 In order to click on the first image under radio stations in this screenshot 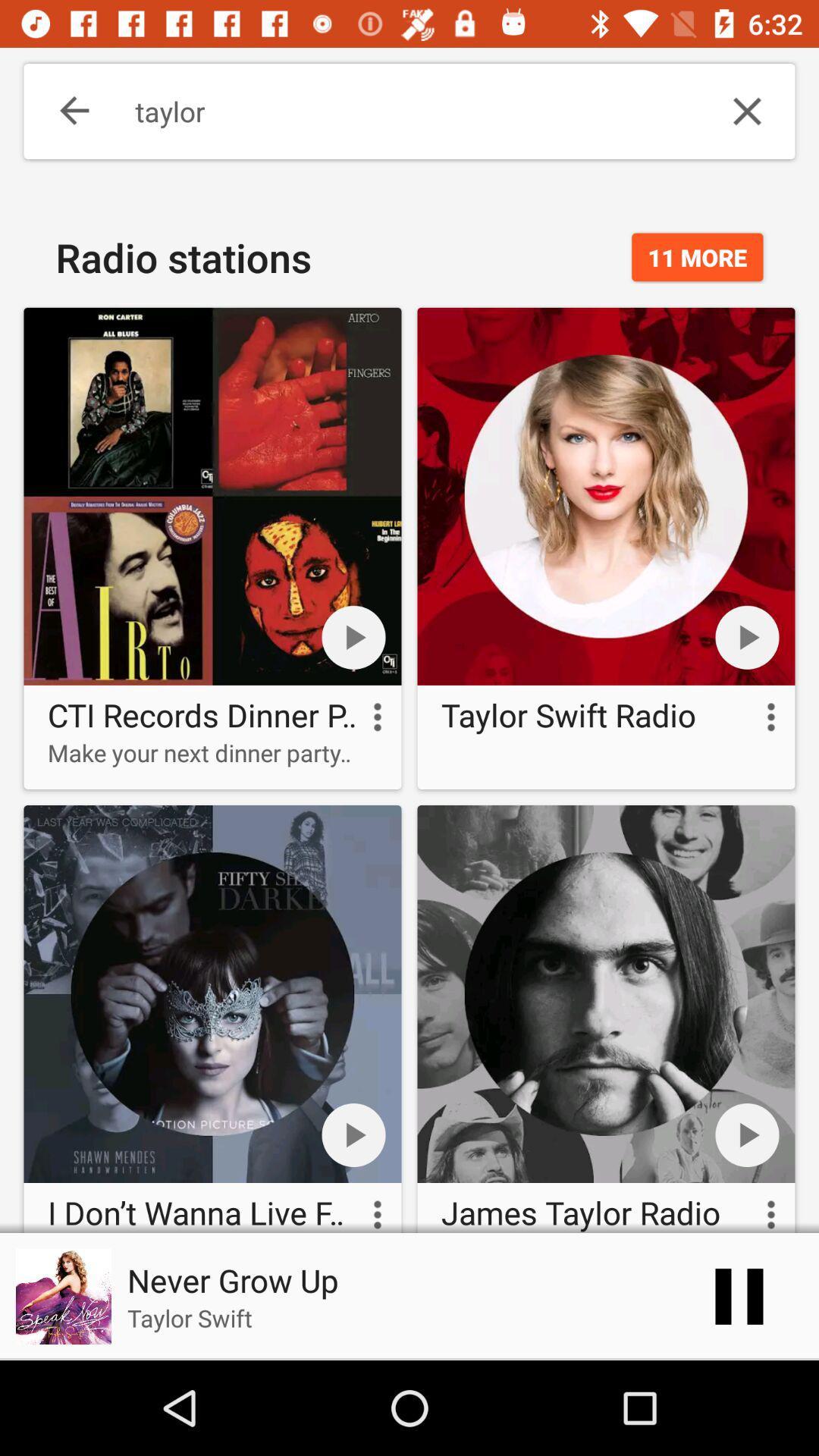, I will do `click(212, 548)`.